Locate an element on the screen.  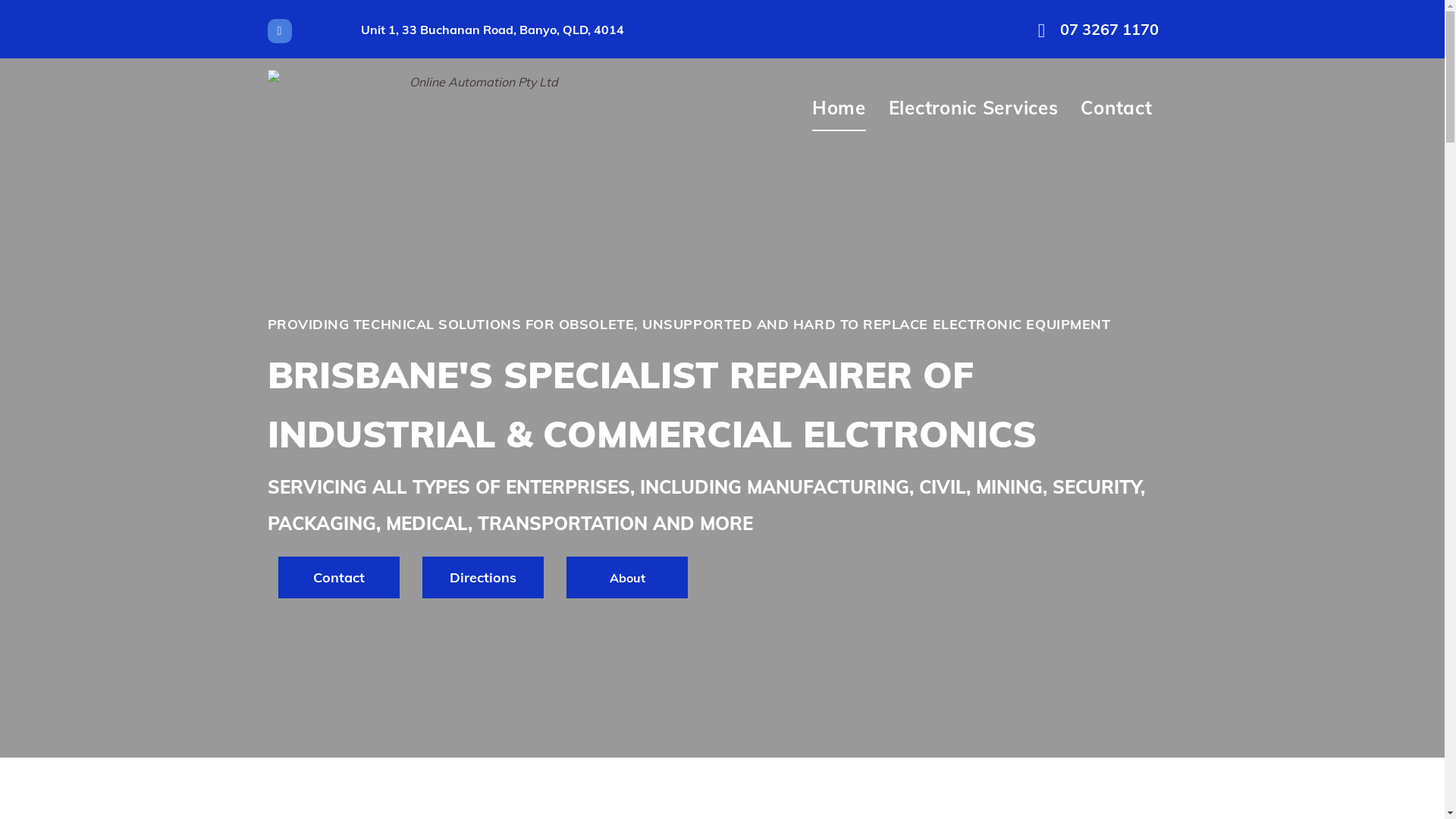
'About' is located at coordinates (566, 577).